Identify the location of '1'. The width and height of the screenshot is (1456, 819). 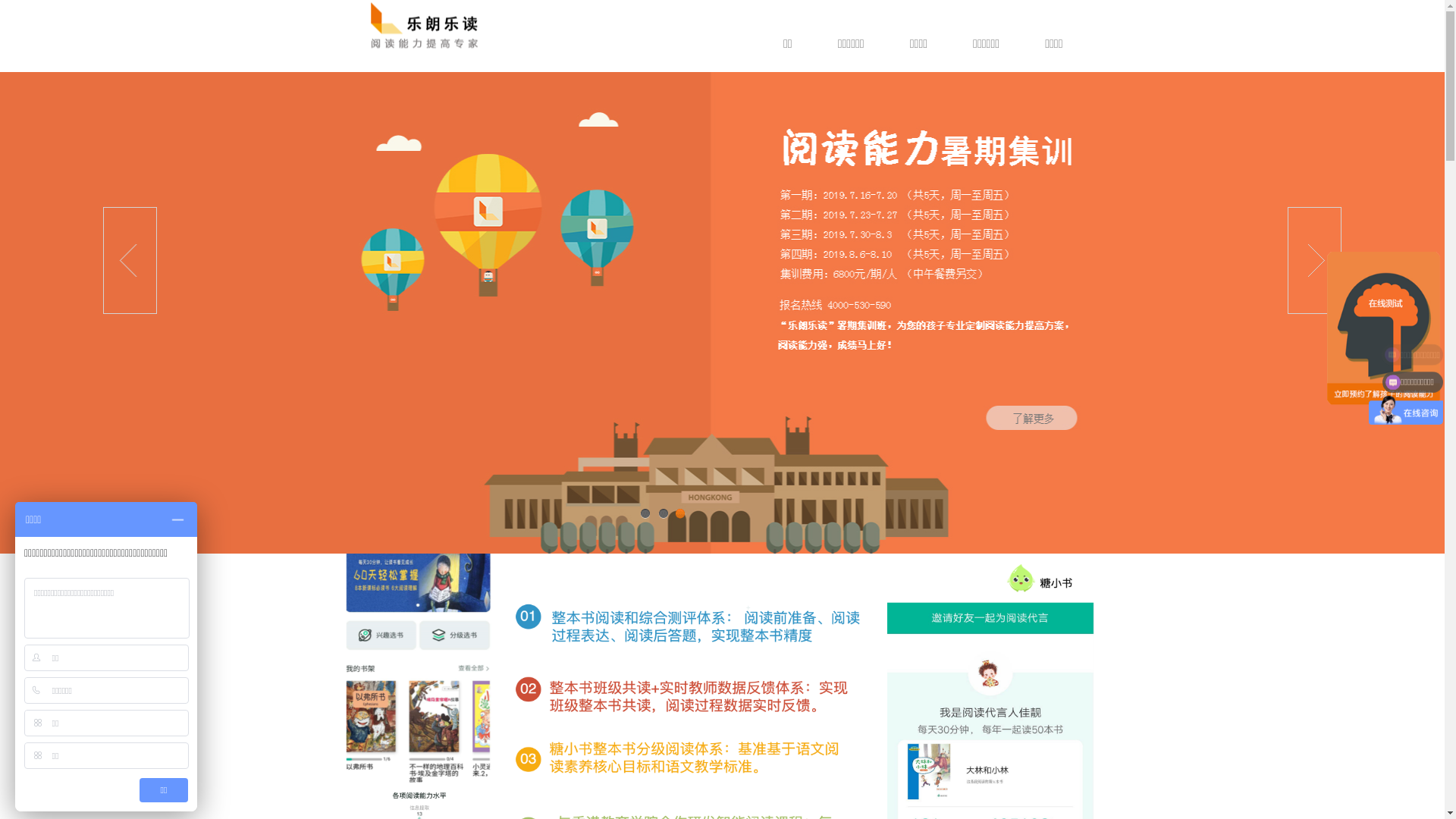
(644, 513).